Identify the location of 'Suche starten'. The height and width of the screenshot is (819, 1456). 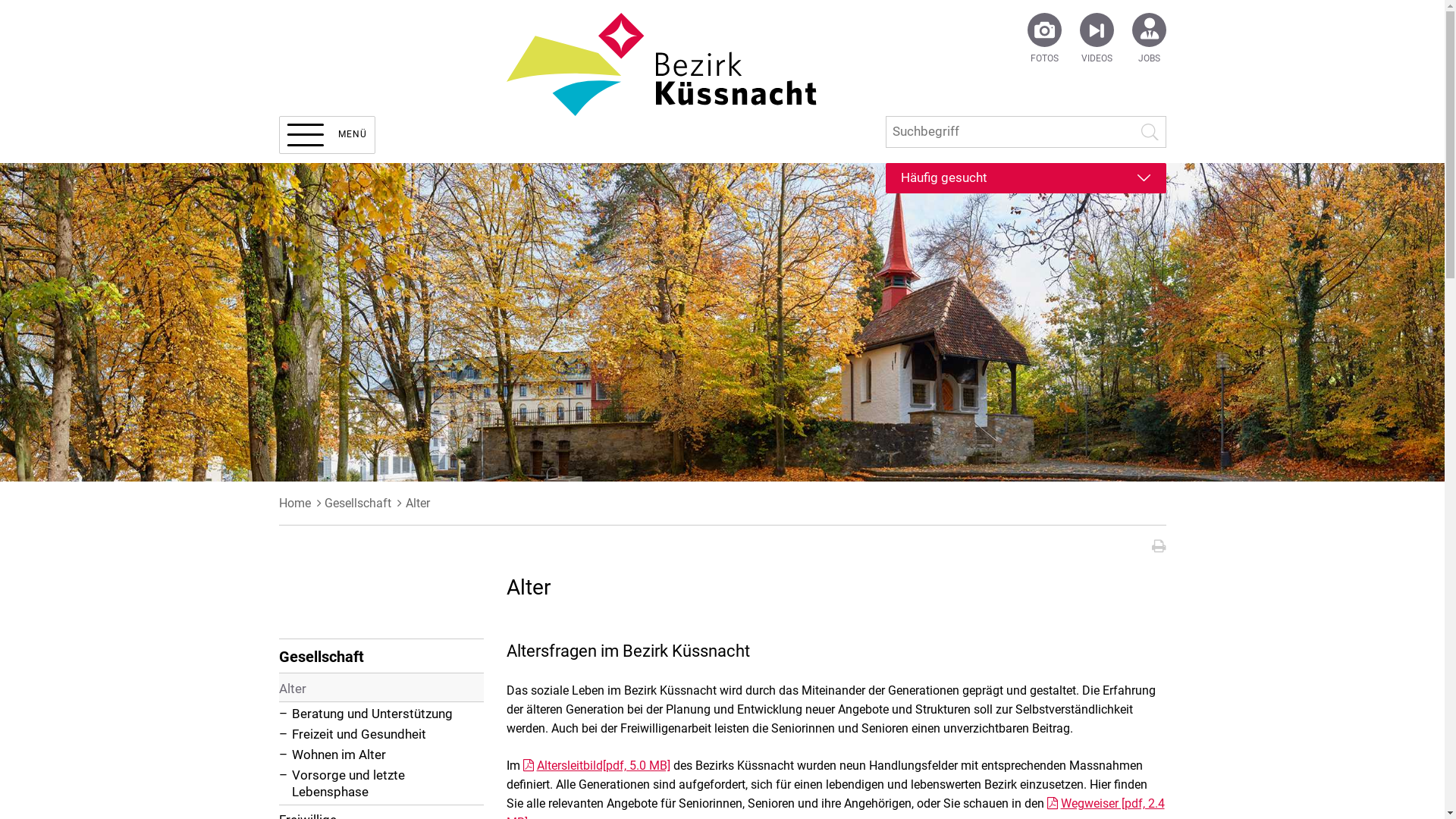
(1150, 130).